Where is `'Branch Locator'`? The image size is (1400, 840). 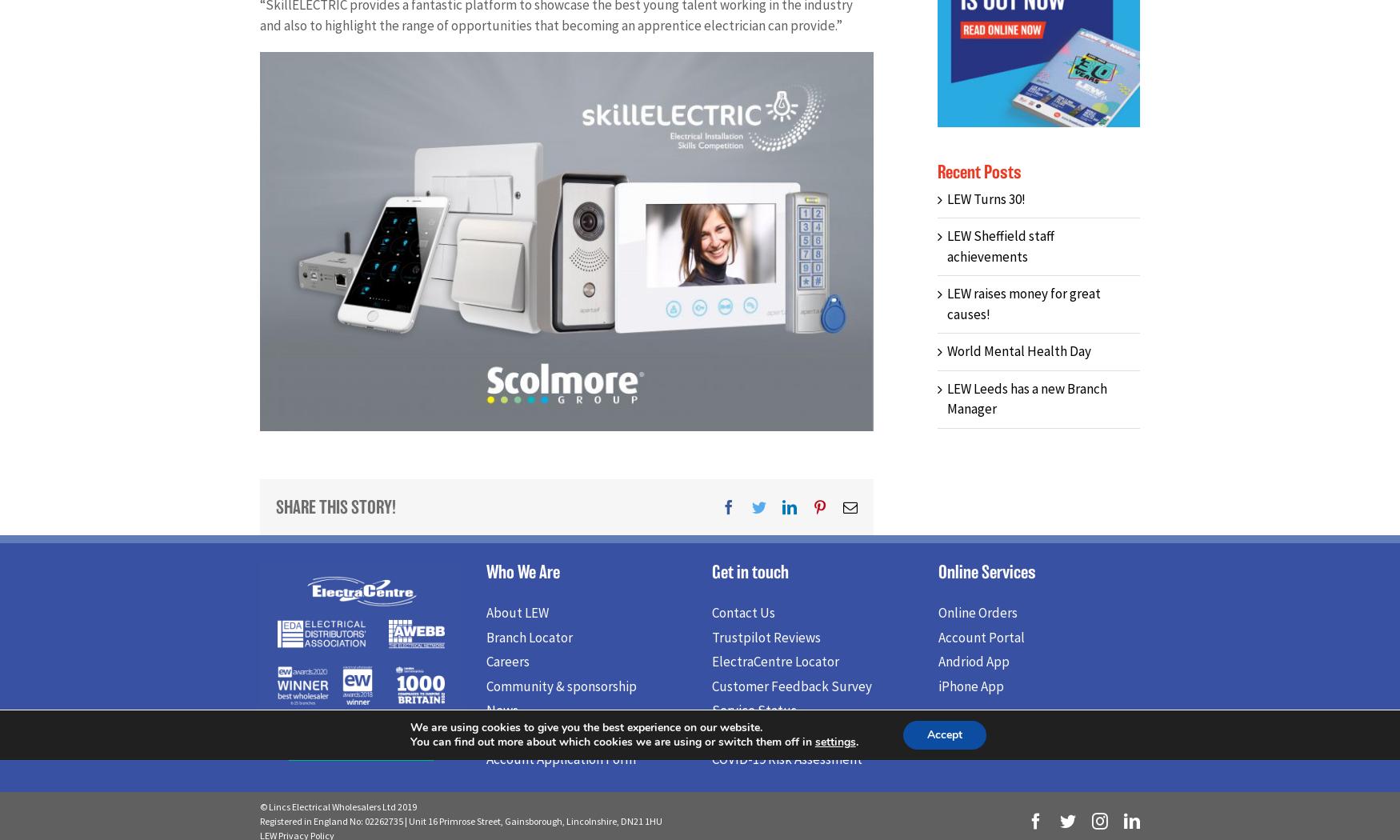 'Branch Locator' is located at coordinates (486, 640).